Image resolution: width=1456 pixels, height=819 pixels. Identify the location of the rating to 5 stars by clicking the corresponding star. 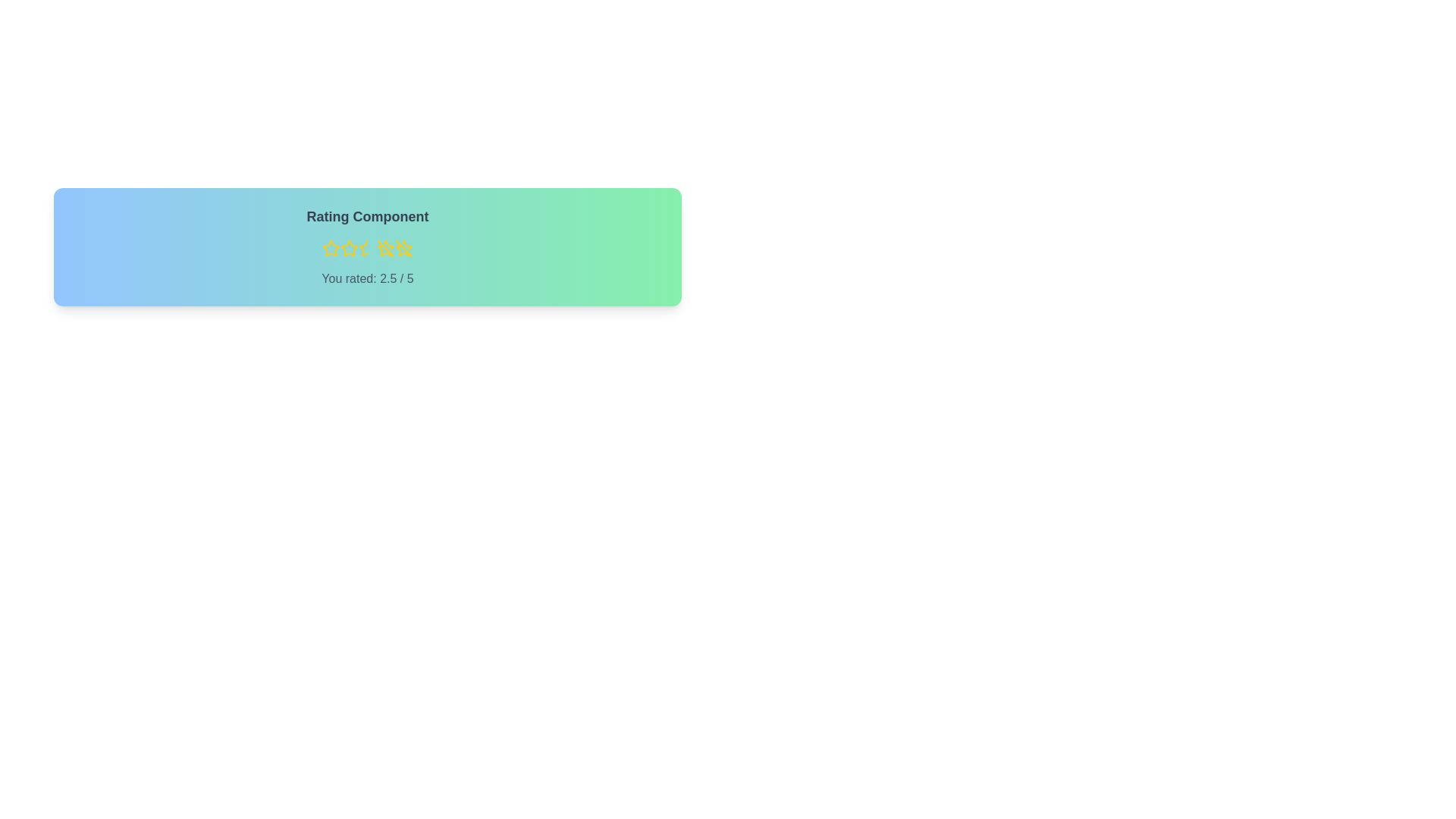
(403, 247).